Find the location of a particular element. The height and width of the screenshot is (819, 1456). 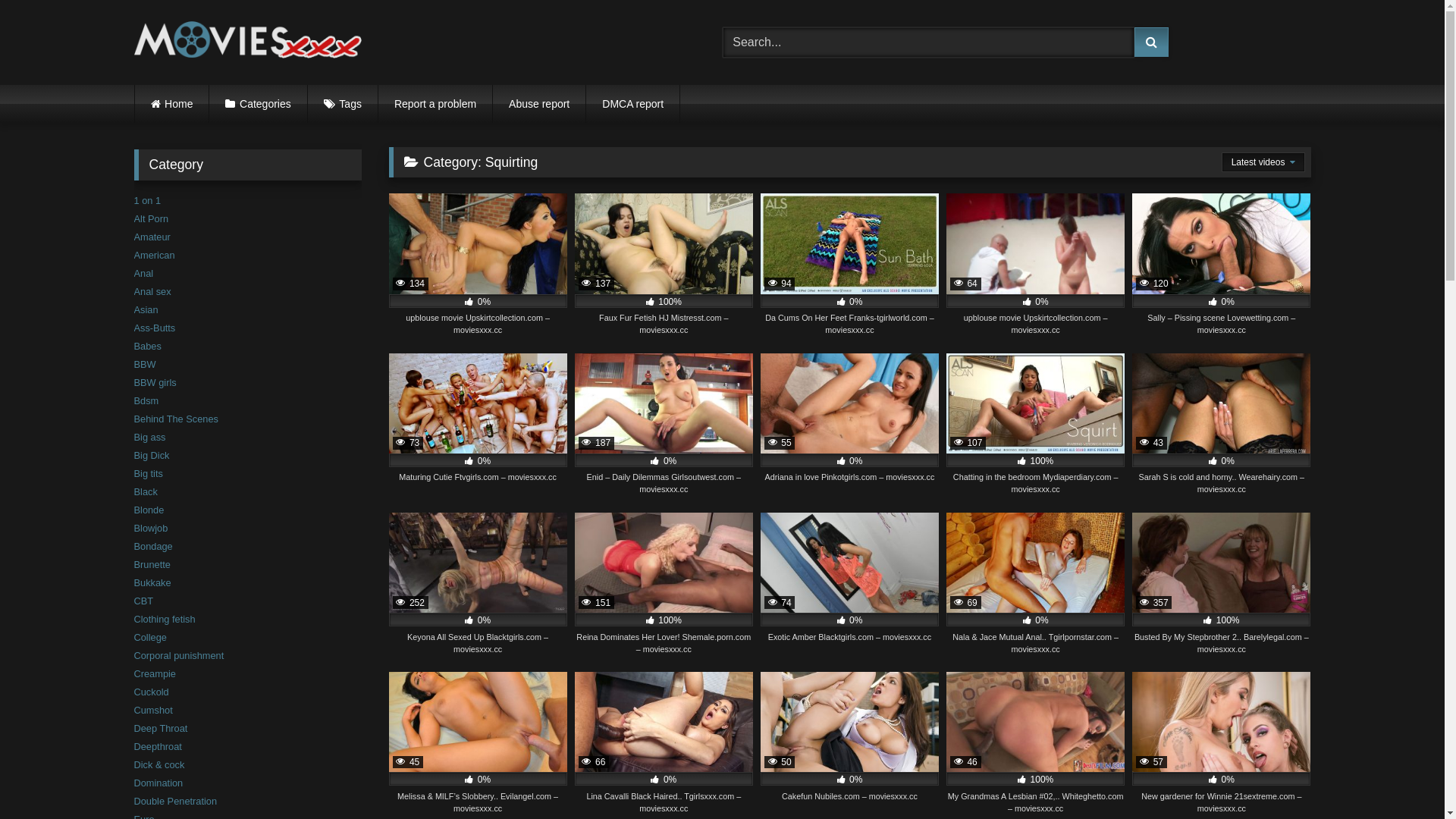

'Dick & cock' is located at coordinates (133, 764).